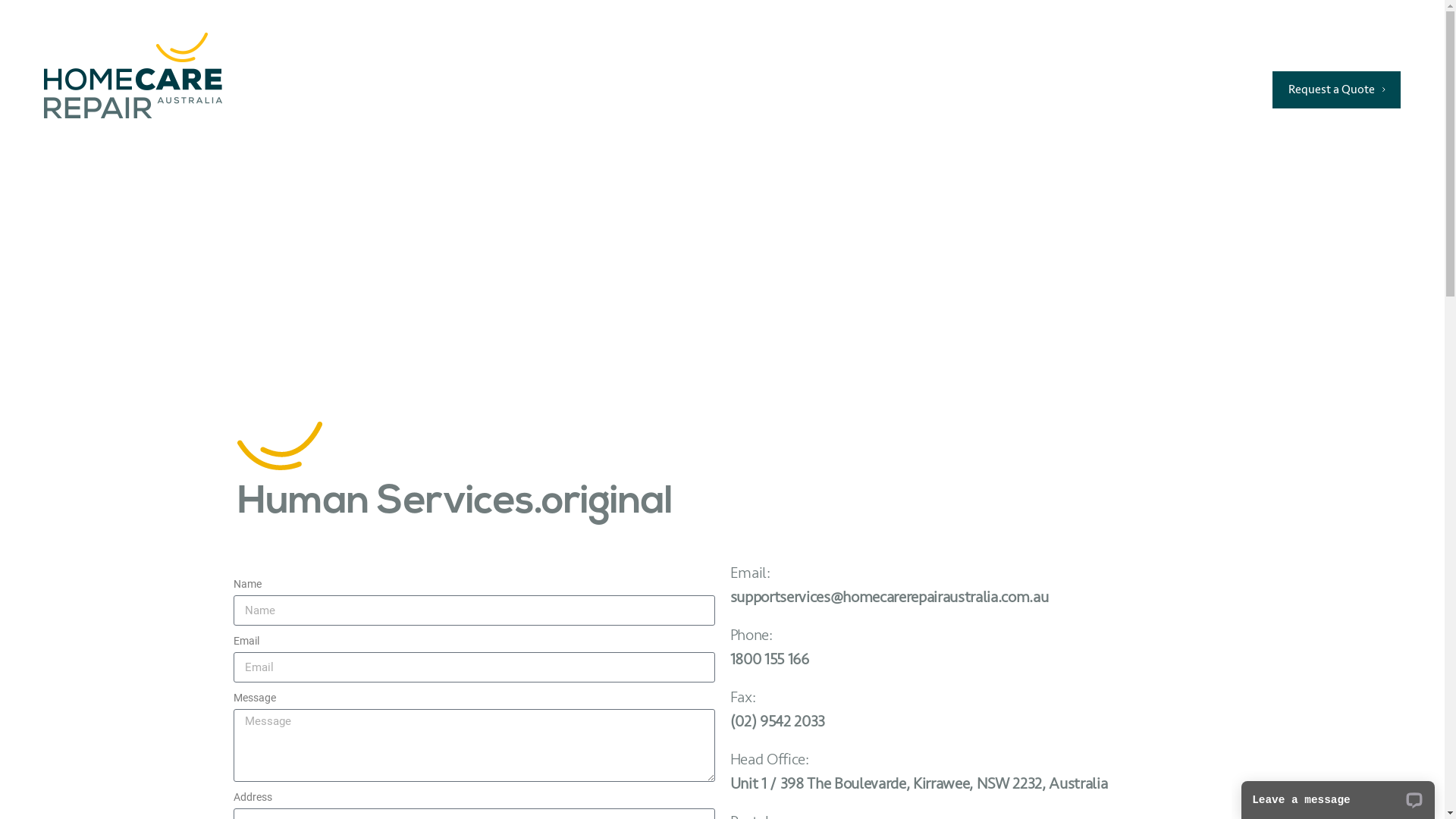 This screenshot has height=819, width=1456. Describe the element at coordinates (610, 89) in the screenshot. I see `'Home'` at that location.